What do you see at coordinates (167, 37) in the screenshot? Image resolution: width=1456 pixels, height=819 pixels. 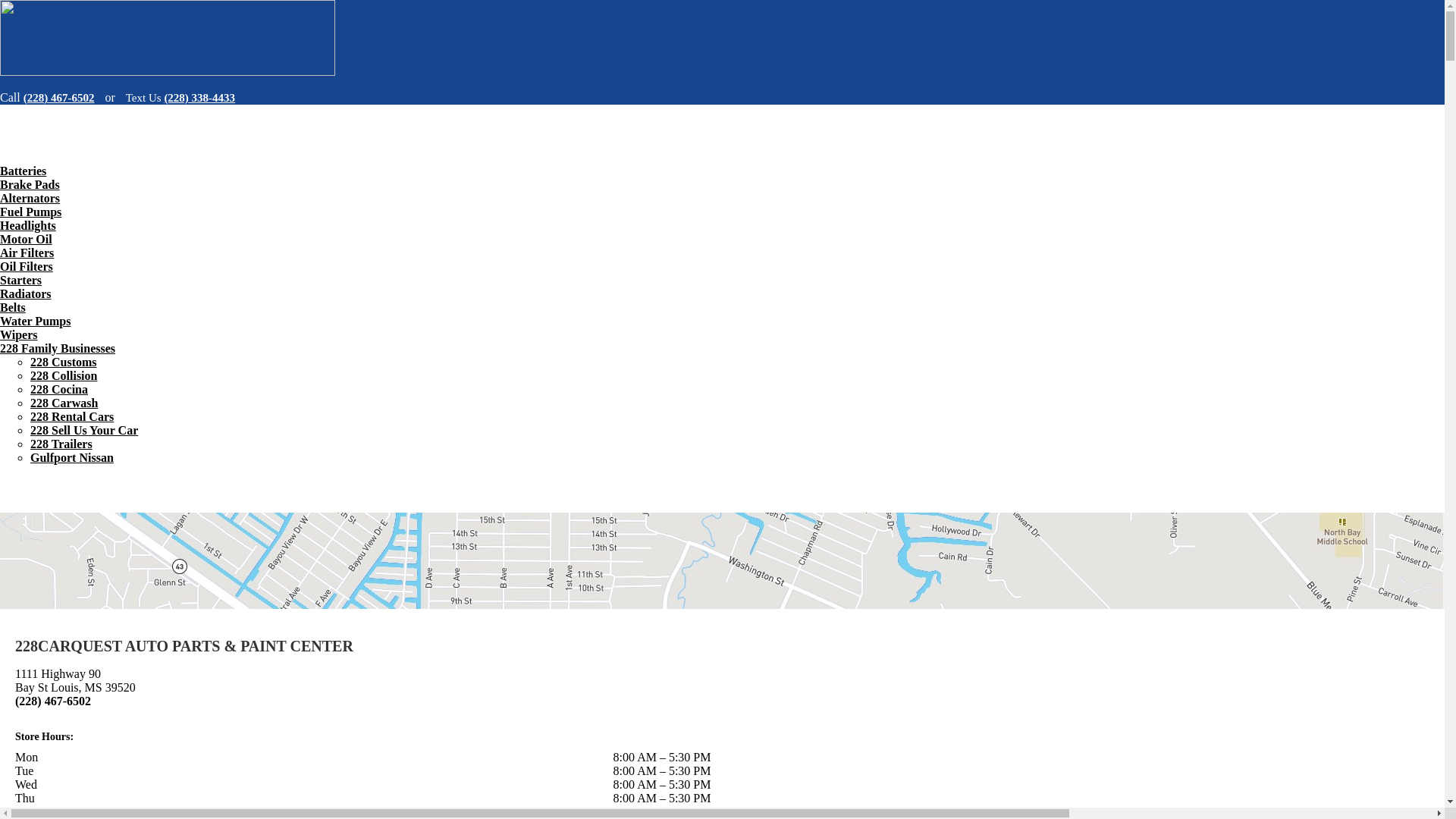 I see `'CQ_header_logo.e4de8e4e'` at bounding box center [167, 37].